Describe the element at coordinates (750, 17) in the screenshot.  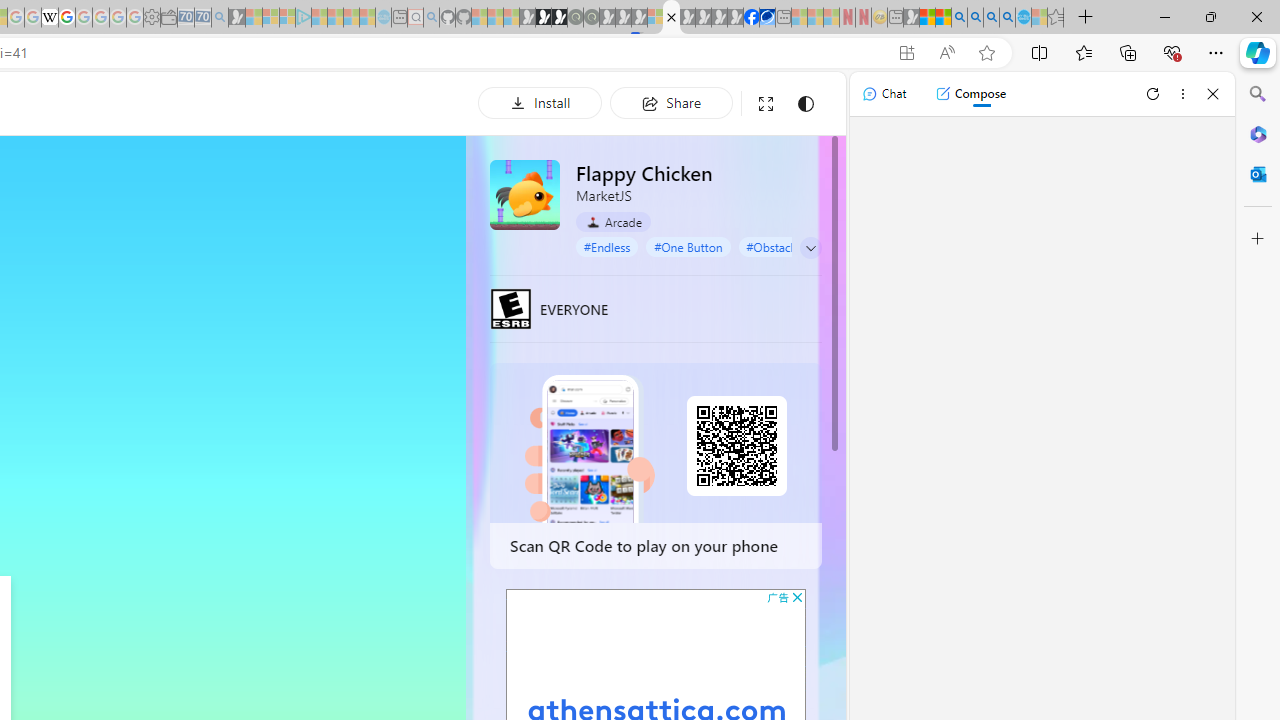
I see `'Nordace | Facebook'` at that location.